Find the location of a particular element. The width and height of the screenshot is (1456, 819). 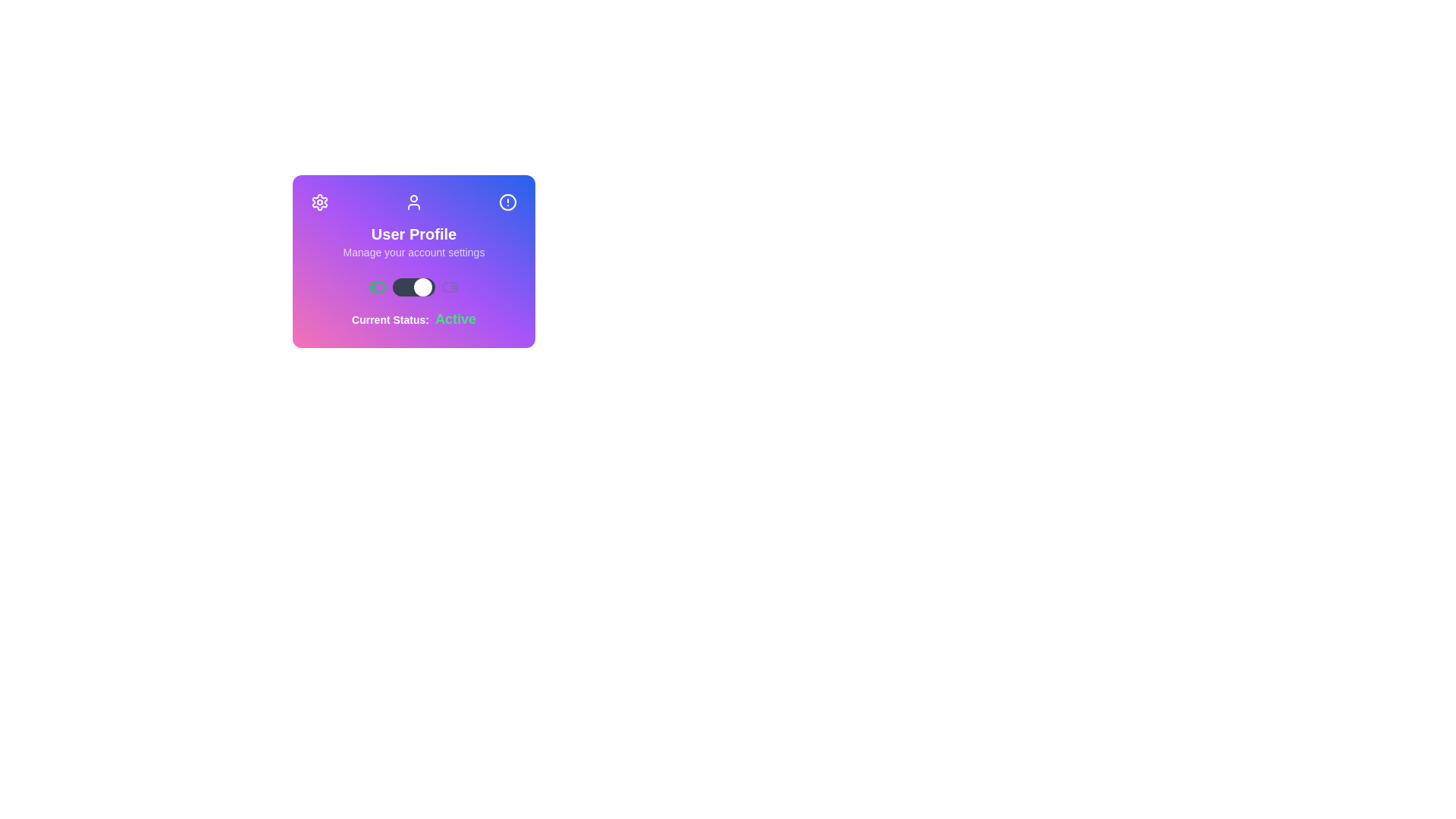

the 'User Profile' text block which contains the bold 'User Profile' and the smaller 'Manage your account settings' text is located at coordinates (414, 241).